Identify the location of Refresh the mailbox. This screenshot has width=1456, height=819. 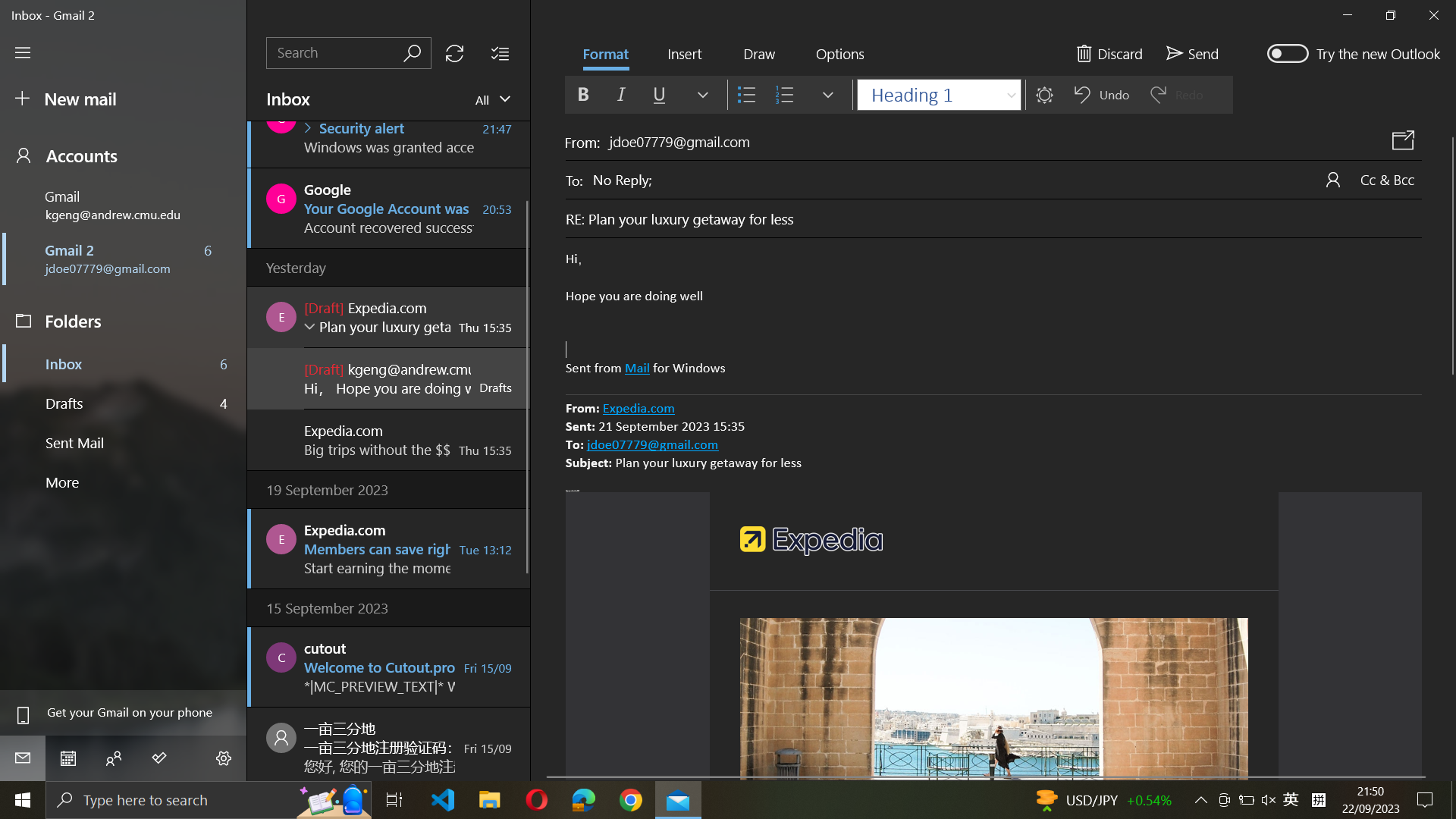
(453, 52).